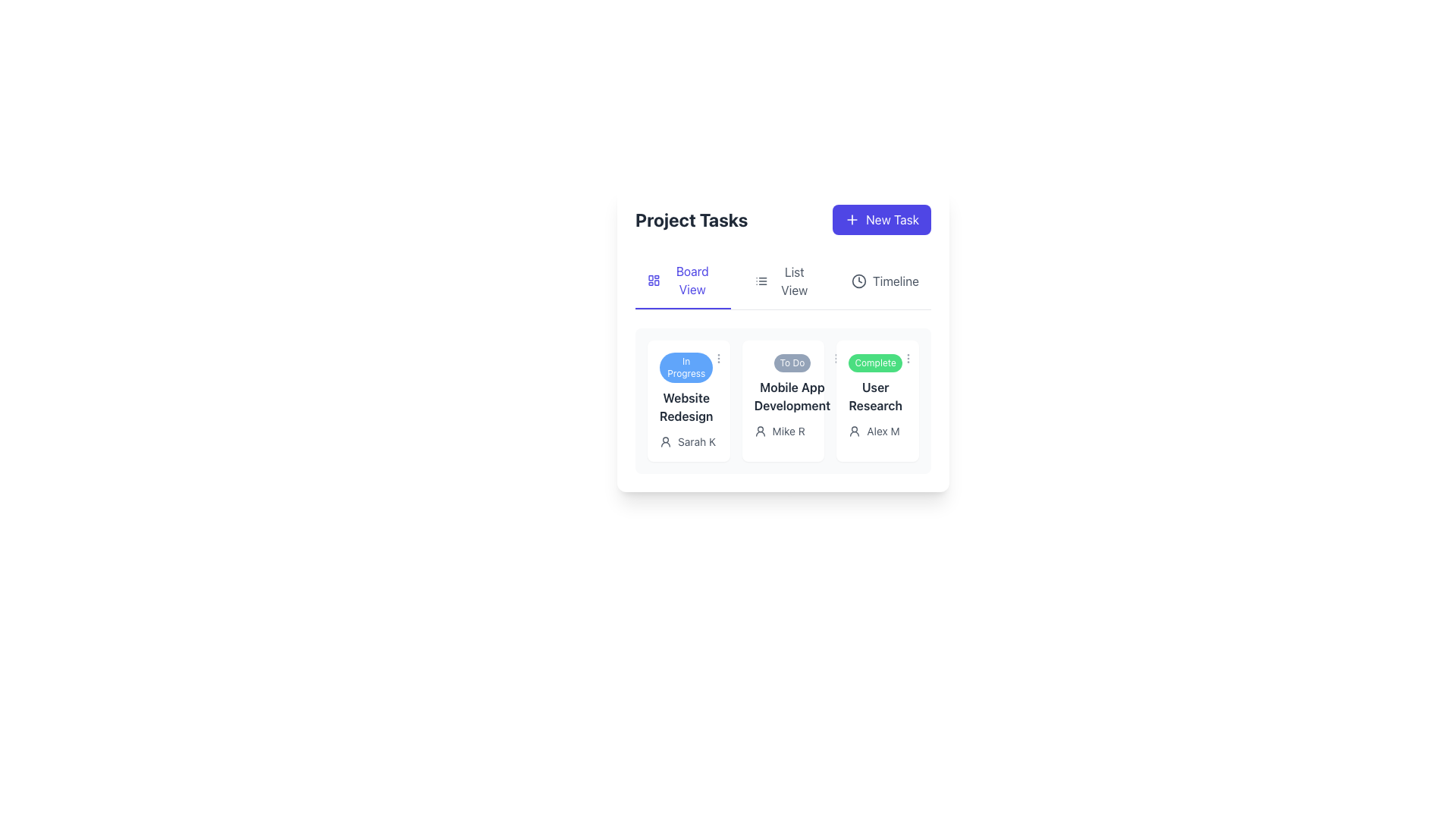  Describe the element at coordinates (691, 219) in the screenshot. I see `the static text element labeled 'Project Tasks', which provides context for the project tasks section` at that location.